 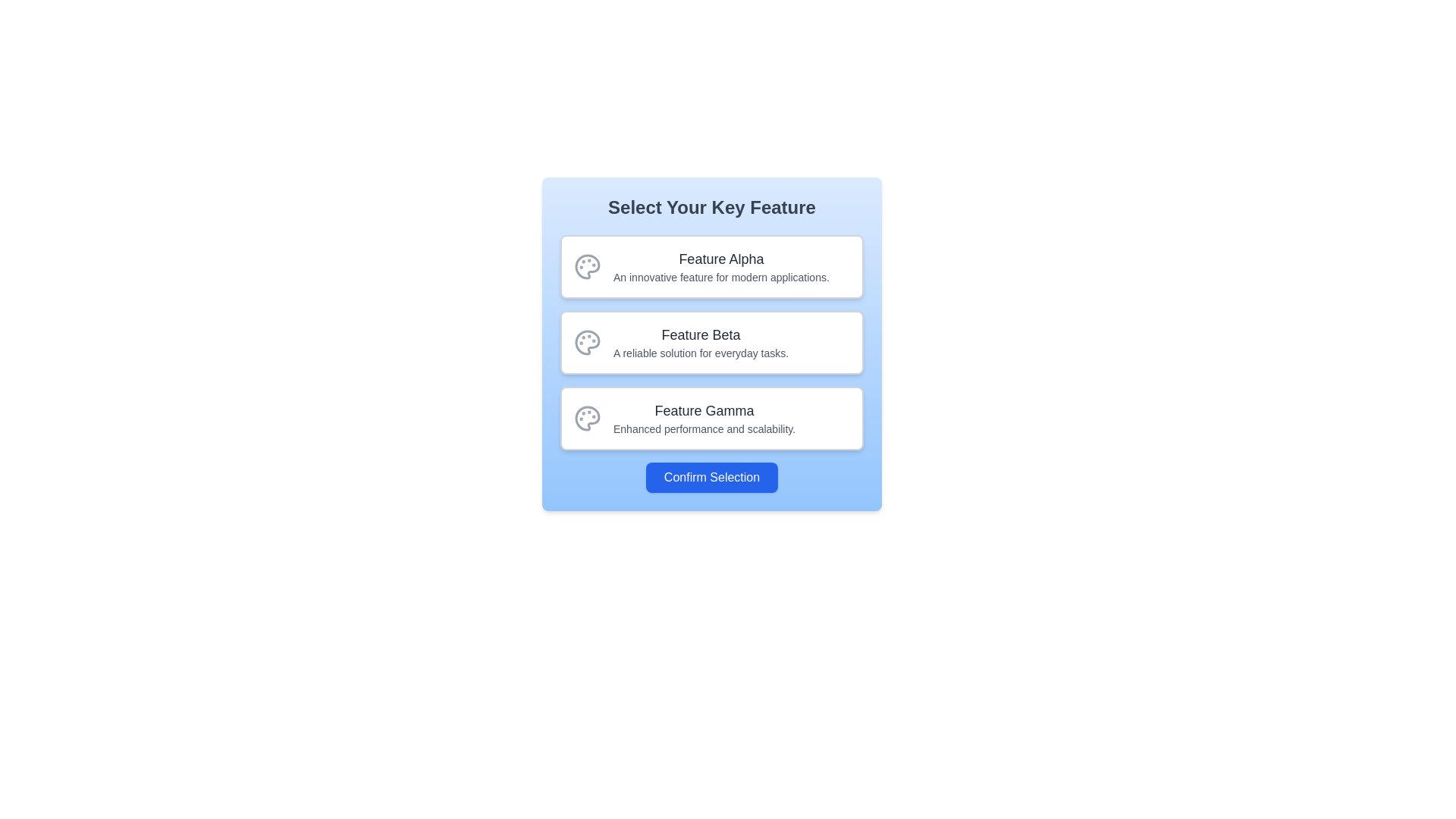 I want to click on the stylized palette-shaped icon, which is located within the 'Feature Beta' option, characterized by its circular outline and smaller paint dab elements, so click(x=586, y=342).